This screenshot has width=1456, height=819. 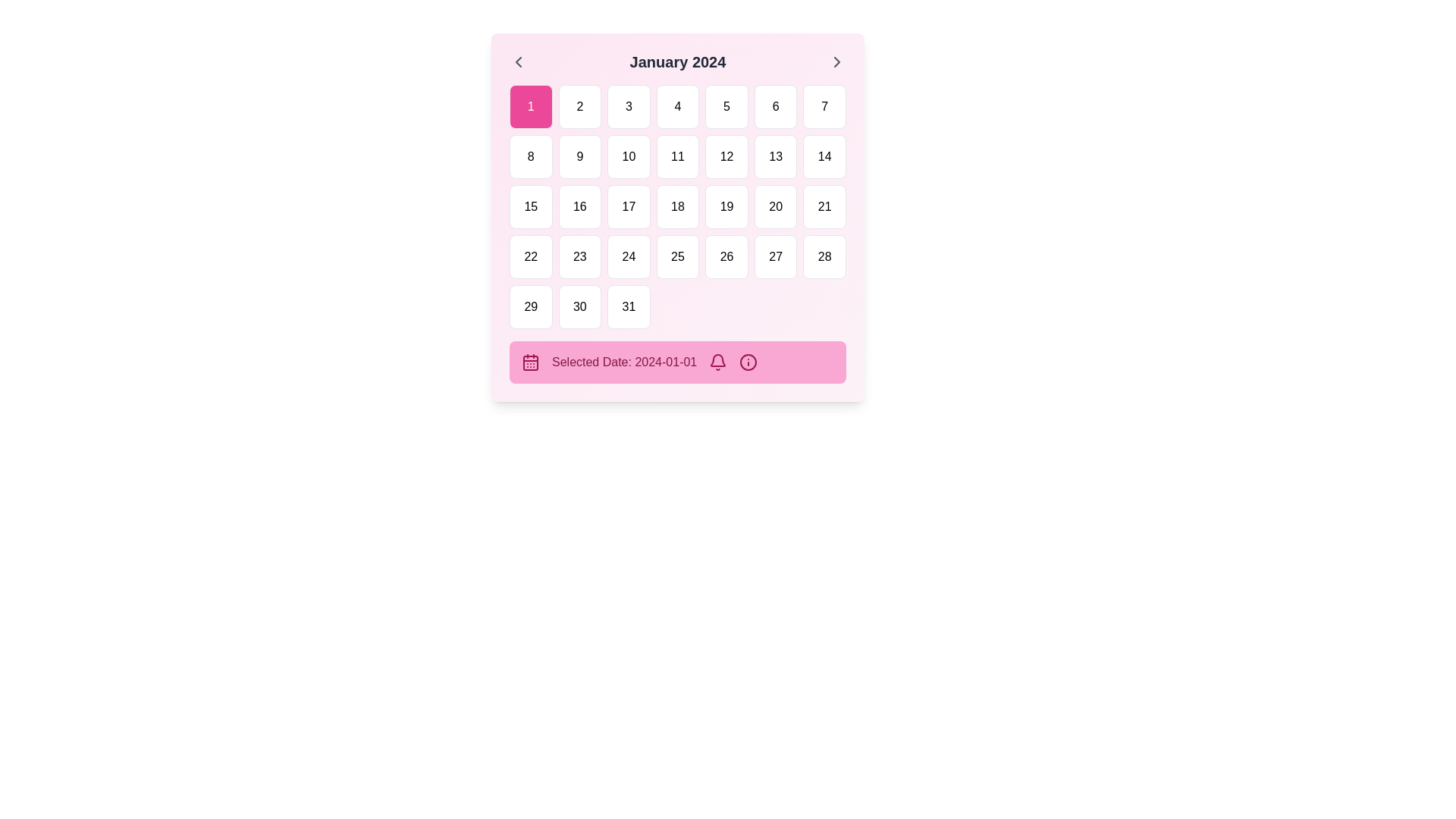 What do you see at coordinates (776, 157) in the screenshot?
I see `the button representing the date '13' in the January 2024 calendar` at bounding box center [776, 157].